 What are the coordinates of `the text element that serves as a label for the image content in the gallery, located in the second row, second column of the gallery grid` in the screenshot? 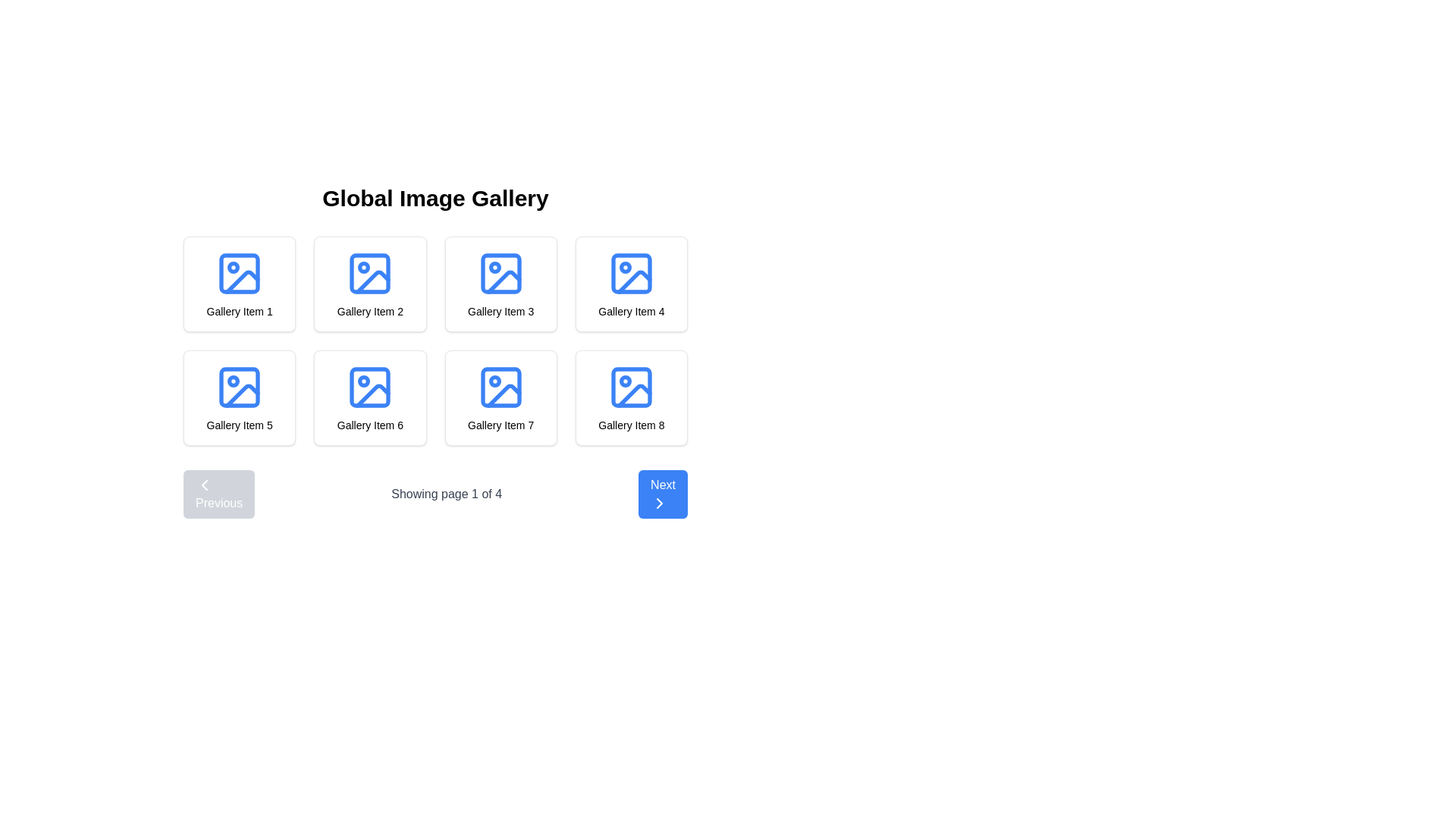 It's located at (370, 425).